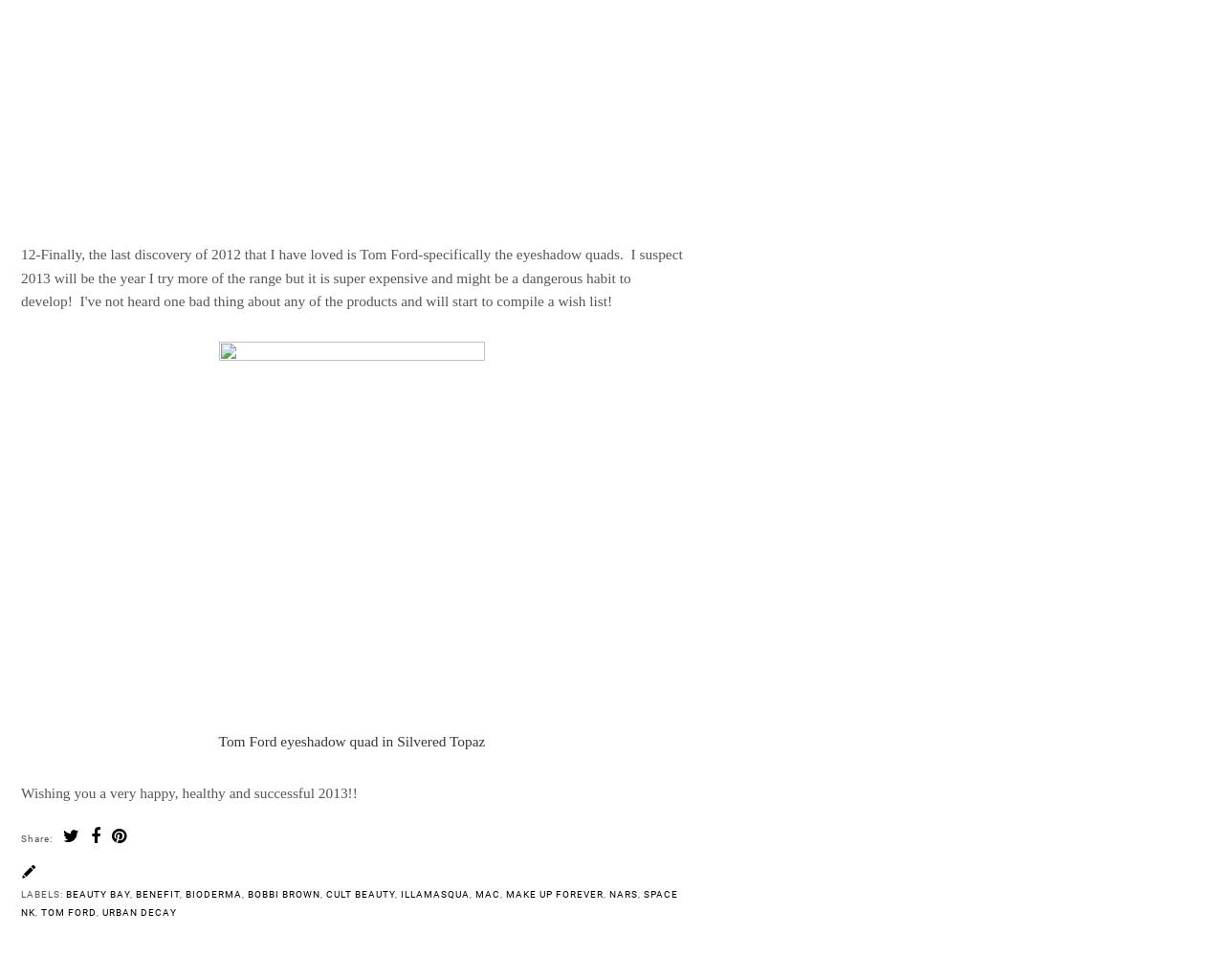 The image size is (1232, 957). What do you see at coordinates (609, 893) in the screenshot?
I see `'nars'` at bounding box center [609, 893].